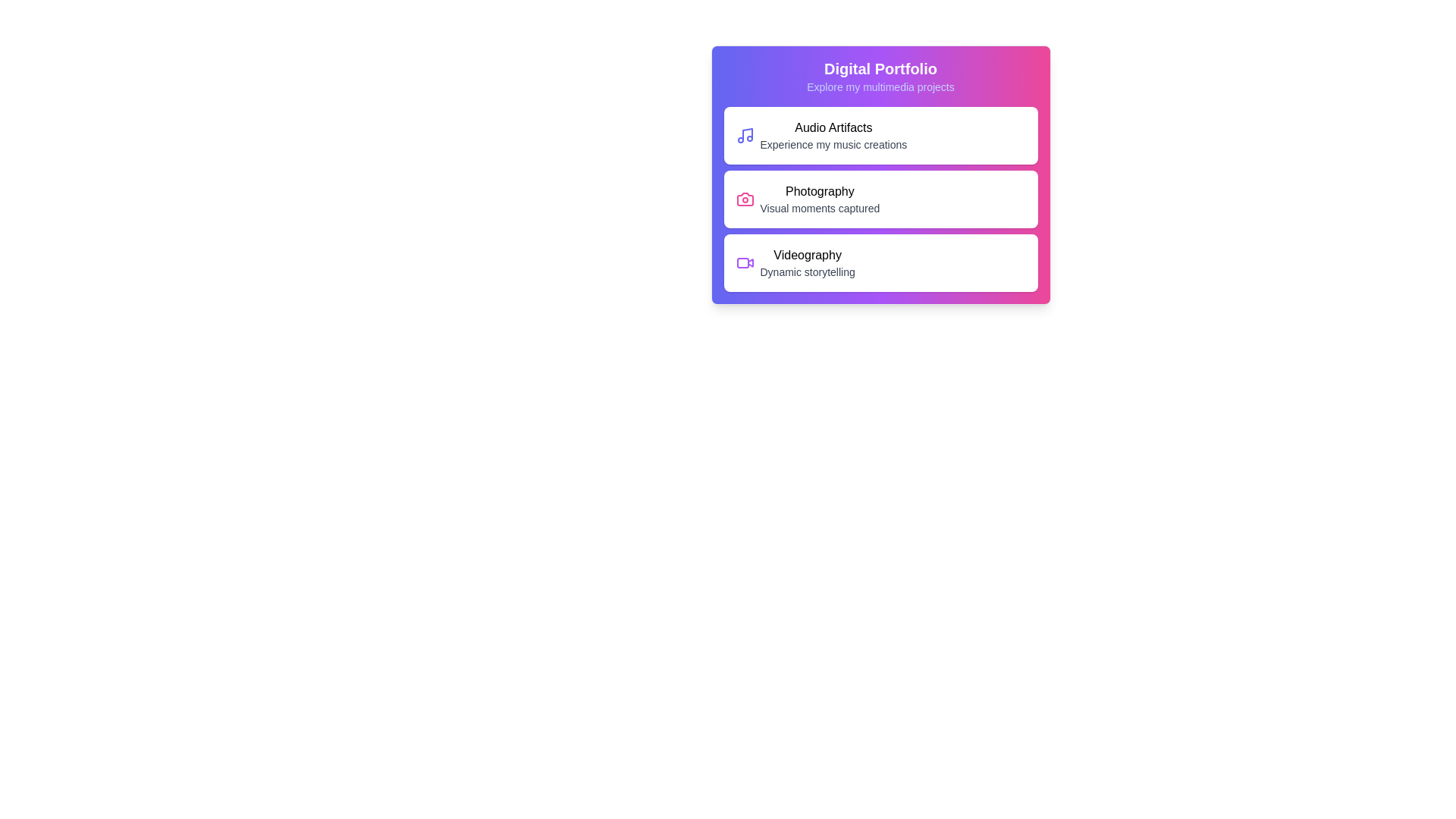 Image resolution: width=1456 pixels, height=819 pixels. What do you see at coordinates (833, 145) in the screenshot?
I see `the text label that reads 'Experience my music creations', which is styled in light gray and positioned below the heading 'Audio Artifacts'` at bounding box center [833, 145].